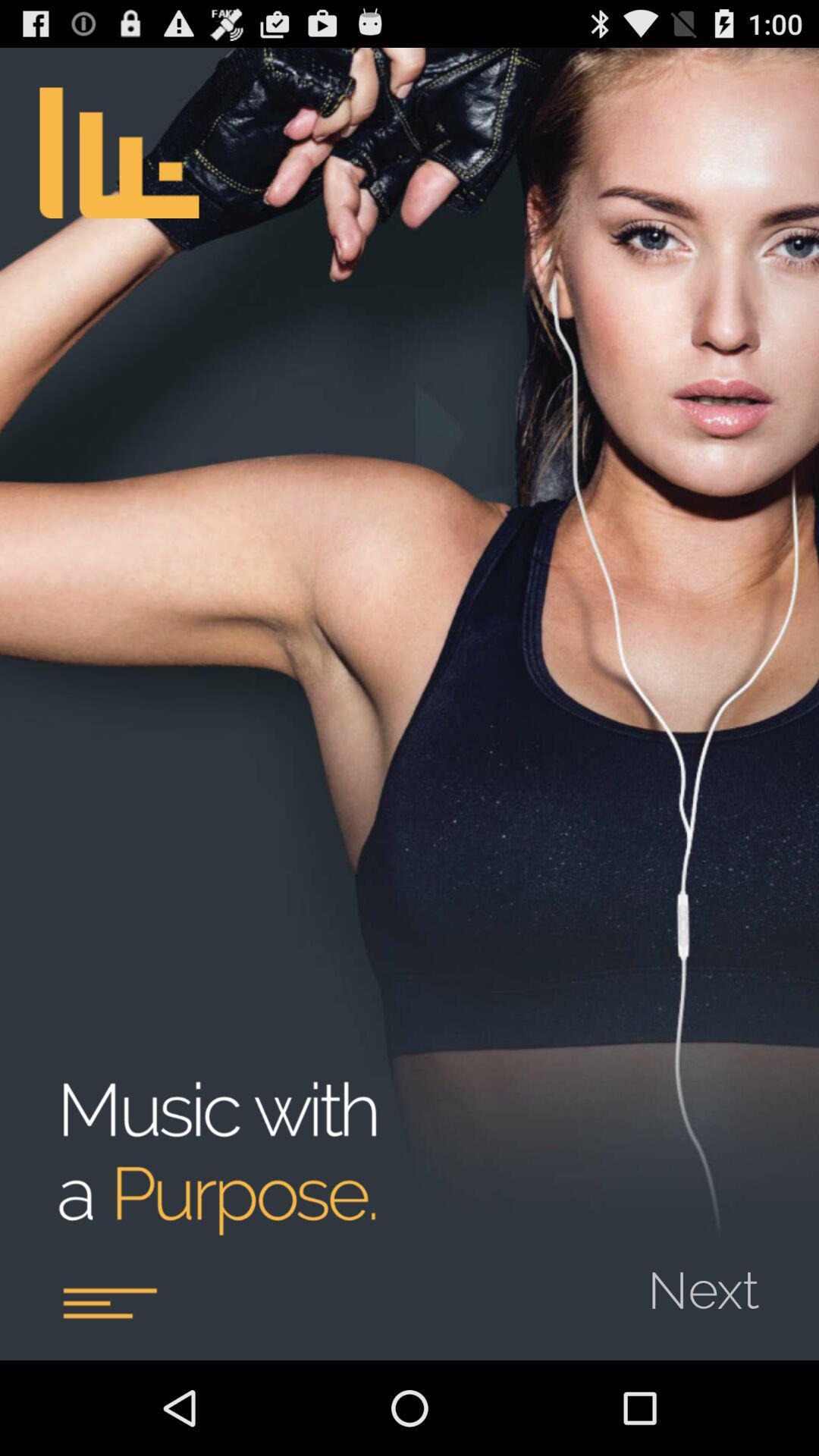 The image size is (819, 1456). I want to click on article content, so click(108, 1302).